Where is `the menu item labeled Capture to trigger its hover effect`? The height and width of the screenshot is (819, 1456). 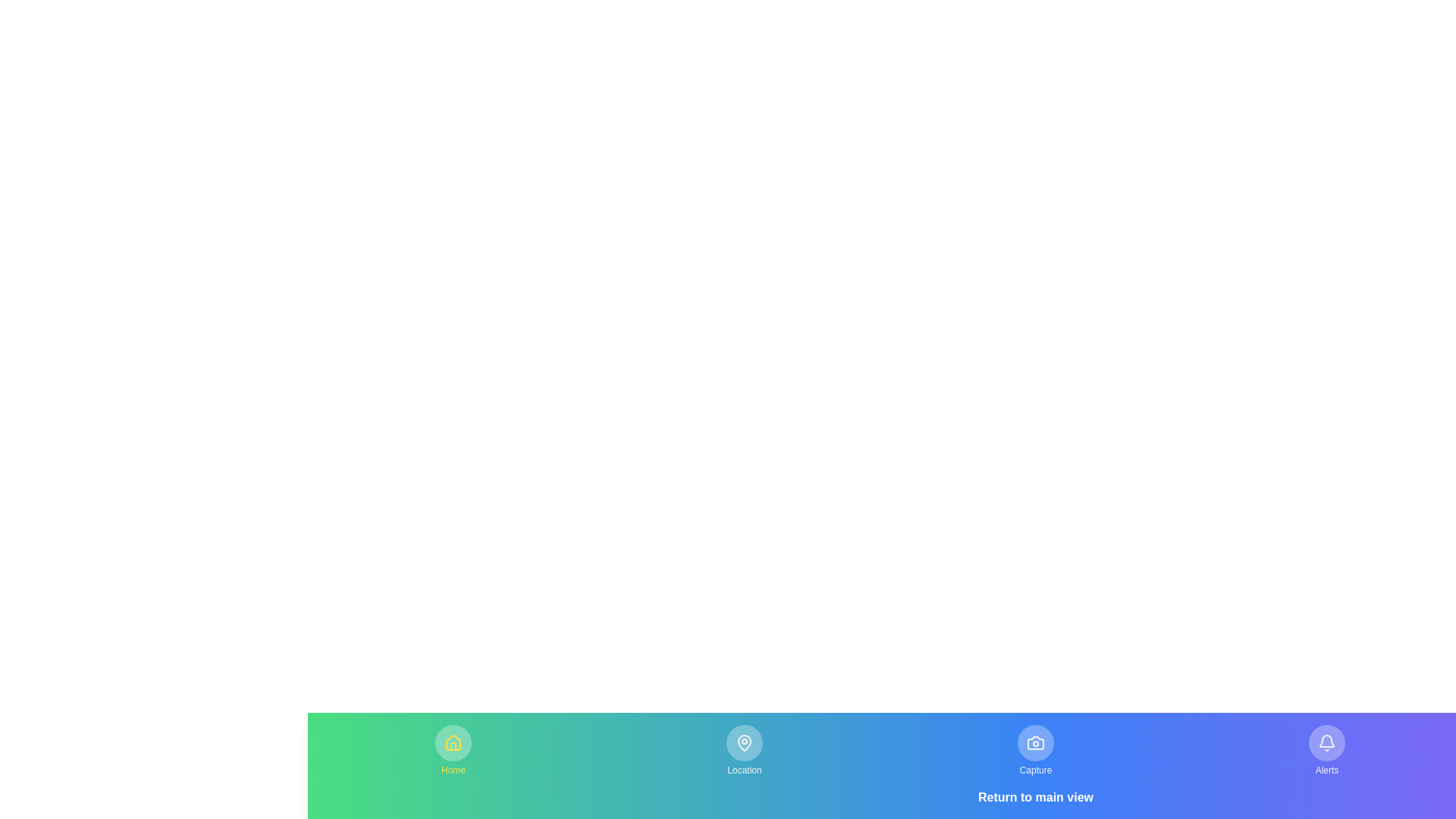 the menu item labeled Capture to trigger its hover effect is located at coordinates (1035, 751).